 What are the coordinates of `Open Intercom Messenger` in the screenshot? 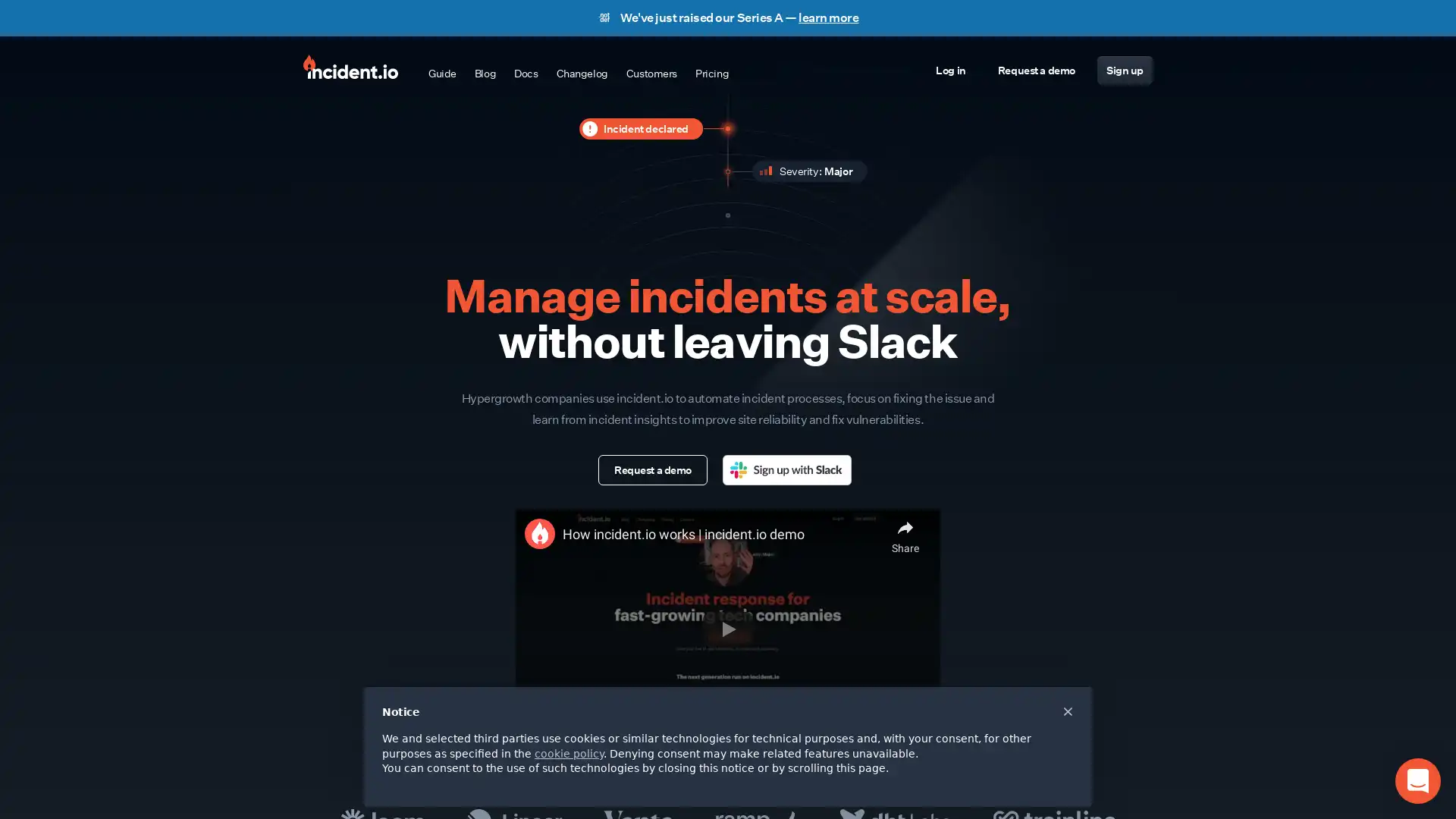 It's located at (1417, 780).